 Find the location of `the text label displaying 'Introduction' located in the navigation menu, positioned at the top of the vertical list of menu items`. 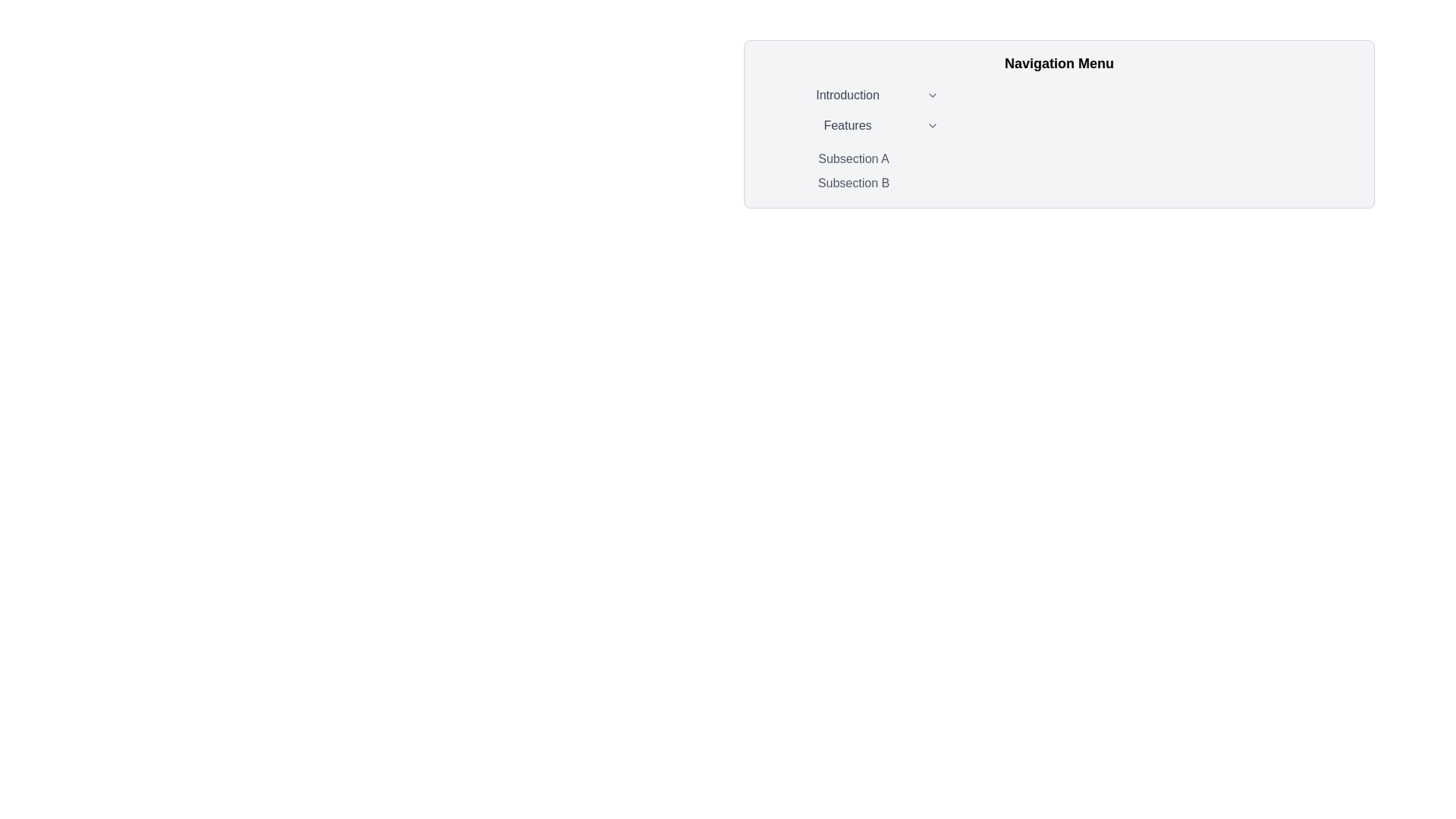

the text label displaying 'Introduction' located in the navigation menu, positioned at the top of the vertical list of menu items is located at coordinates (847, 96).